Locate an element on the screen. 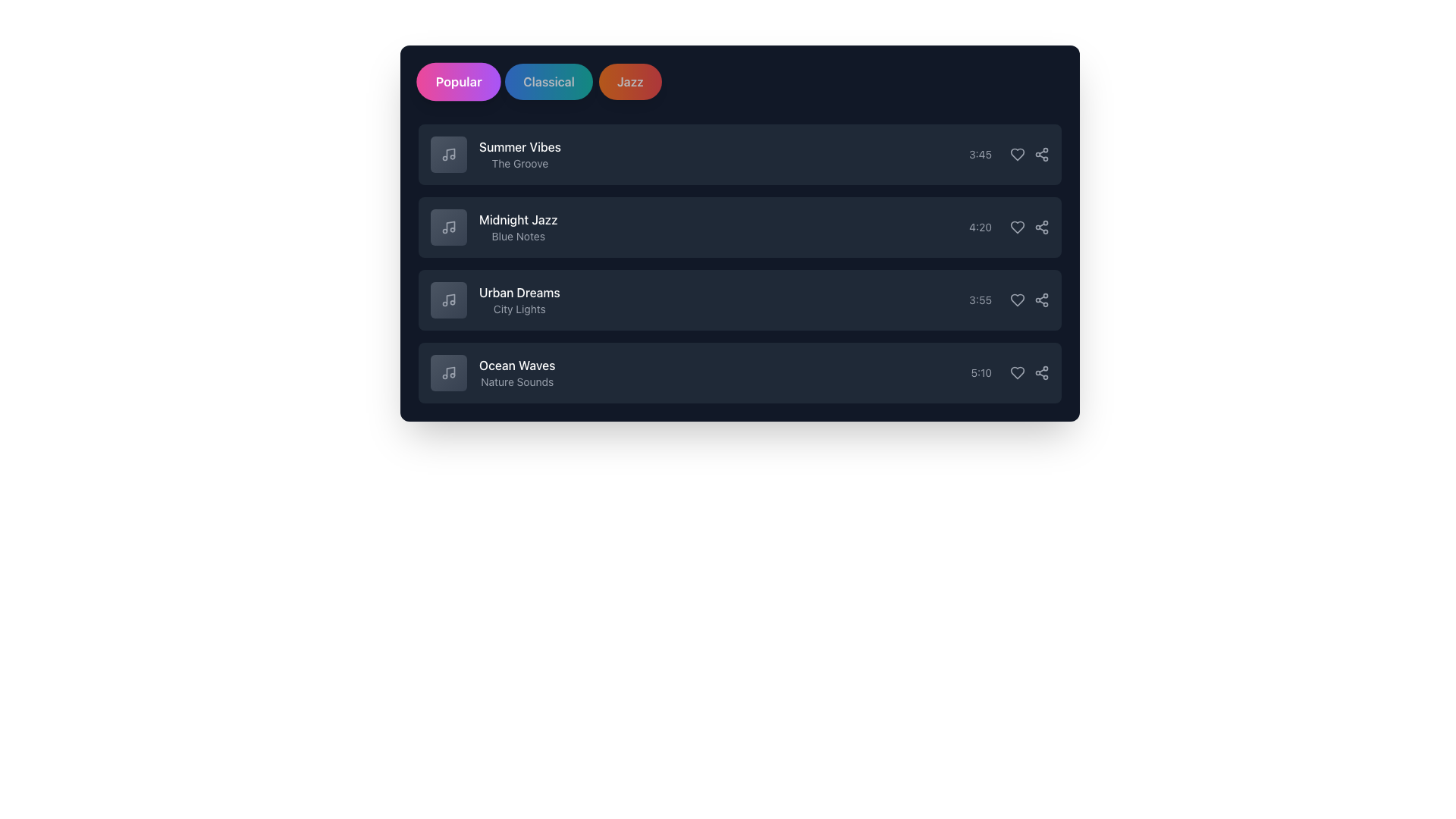 This screenshot has height=819, width=1456. the music icon for the 'Urban Dreams' song entry, which is located is located at coordinates (447, 300).